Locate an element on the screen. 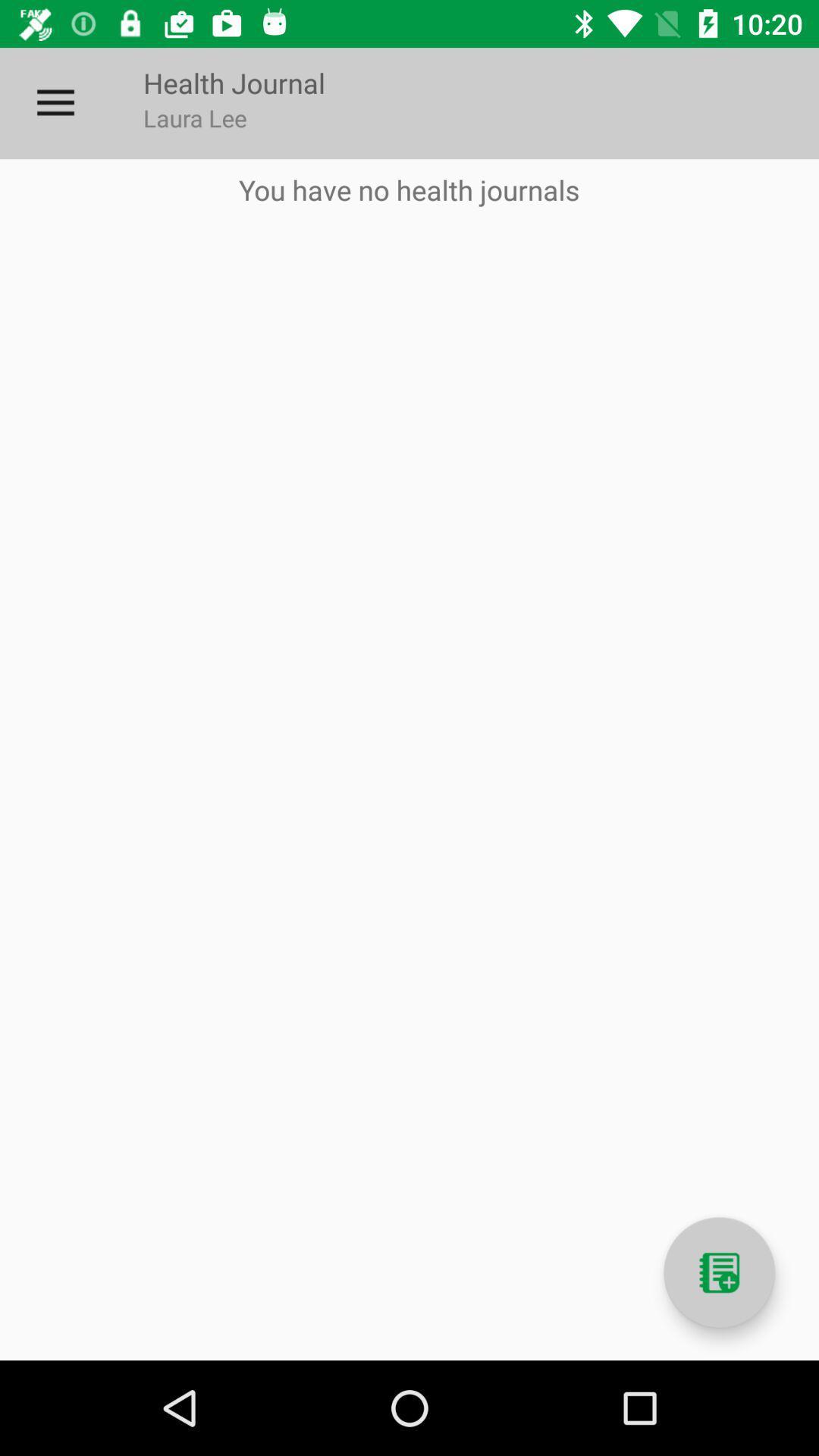 This screenshot has width=819, height=1456. journal is located at coordinates (718, 1272).